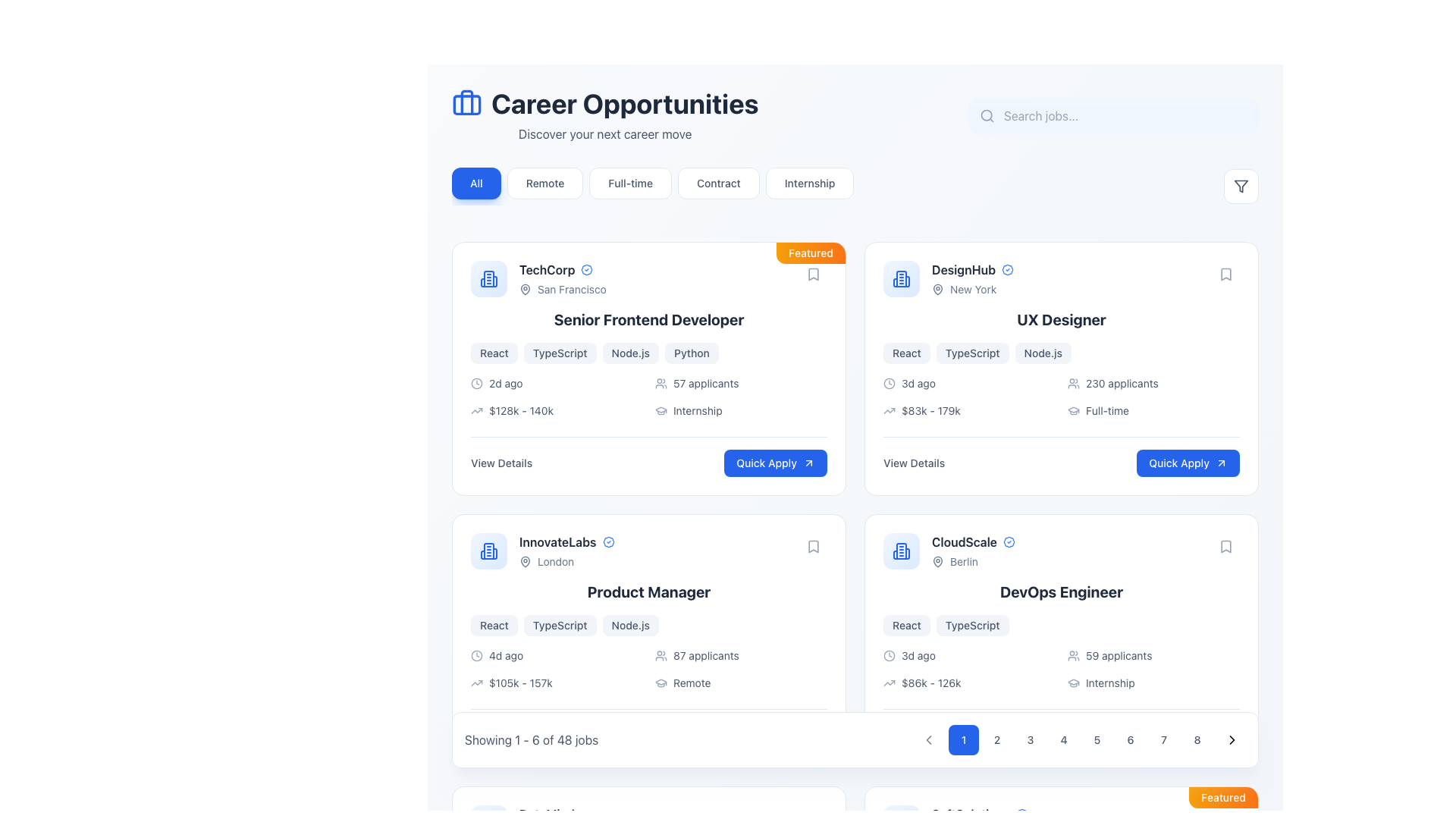 The height and width of the screenshot is (819, 1456). What do you see at coordinates (972, 278) in the screenshot?
I see `the text label displaying 'DesignHub' with a blue badge, located at the top right corner of the second job listing` at bounding box center [972, 278].